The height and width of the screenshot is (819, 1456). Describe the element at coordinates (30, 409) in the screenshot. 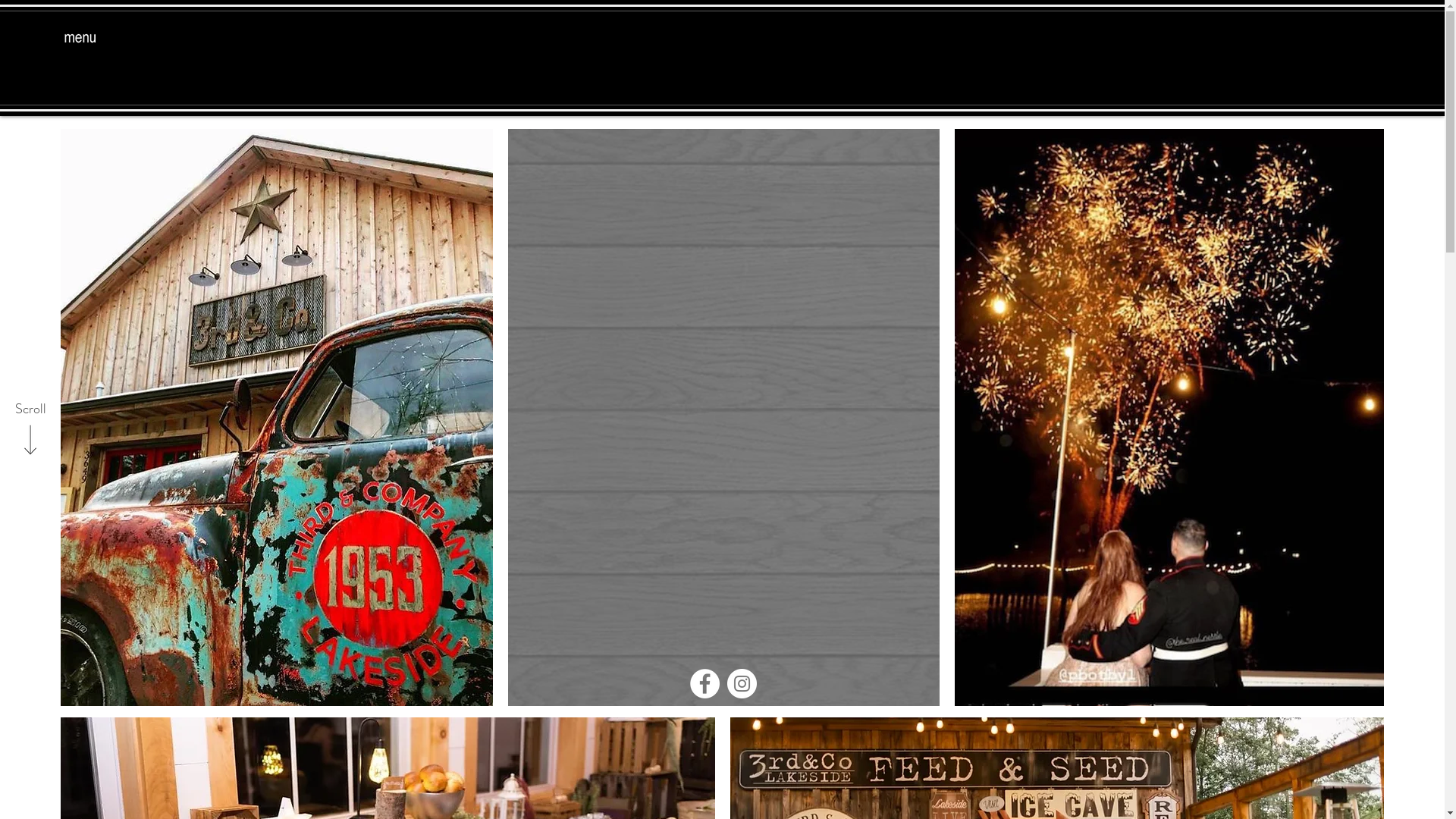

I see `'Scroll'` at that location.